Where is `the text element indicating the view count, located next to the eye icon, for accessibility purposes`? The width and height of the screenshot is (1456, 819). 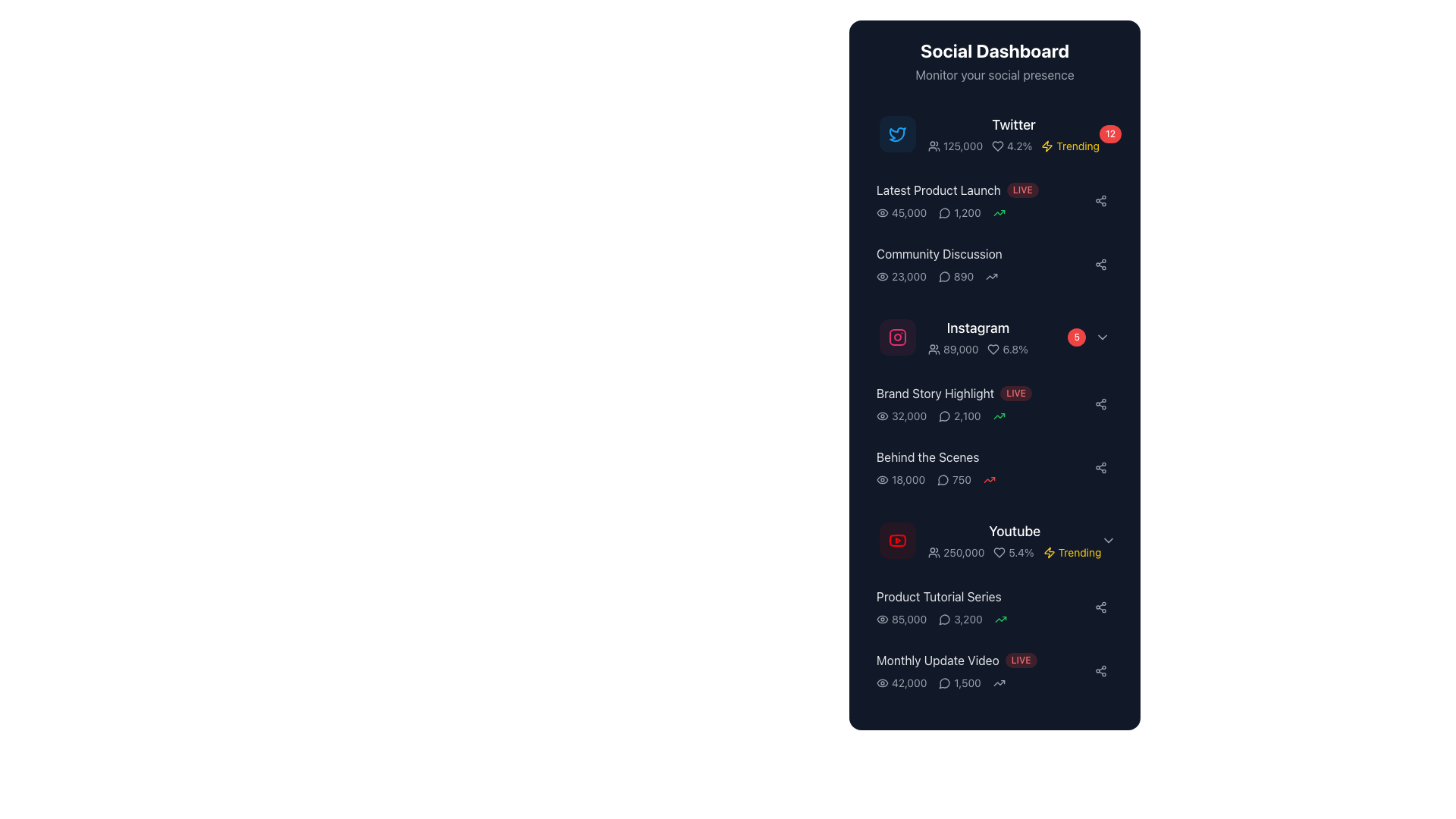
the text element indicating the view count, located next to the eye icon, for accessibility purposes is located at coordinates (902, 213).